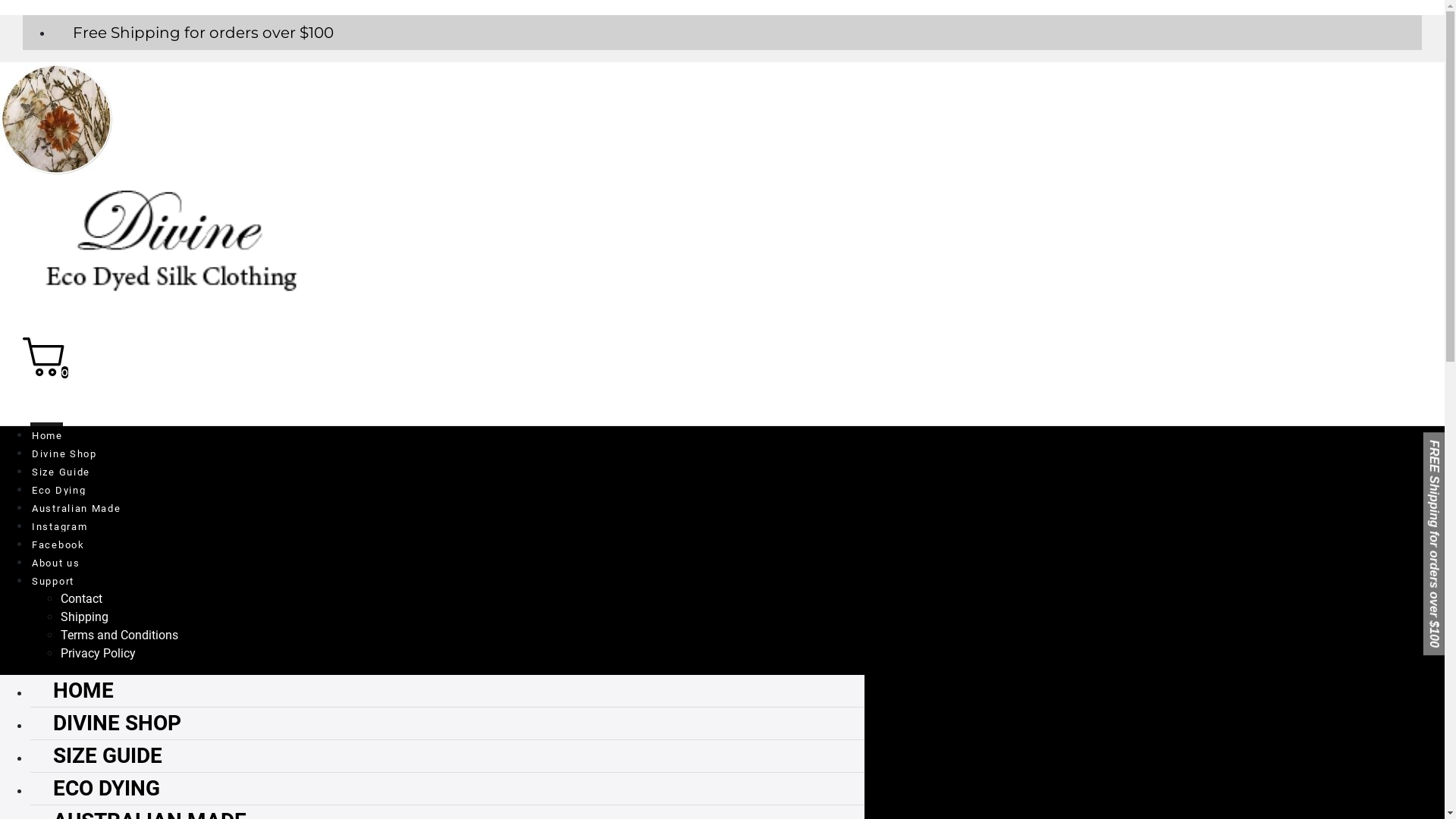 The image size is (1456, 819). Describe the element at coordinates (58, 487) in the screenshot. I see `'Eco Dying'` at that location.